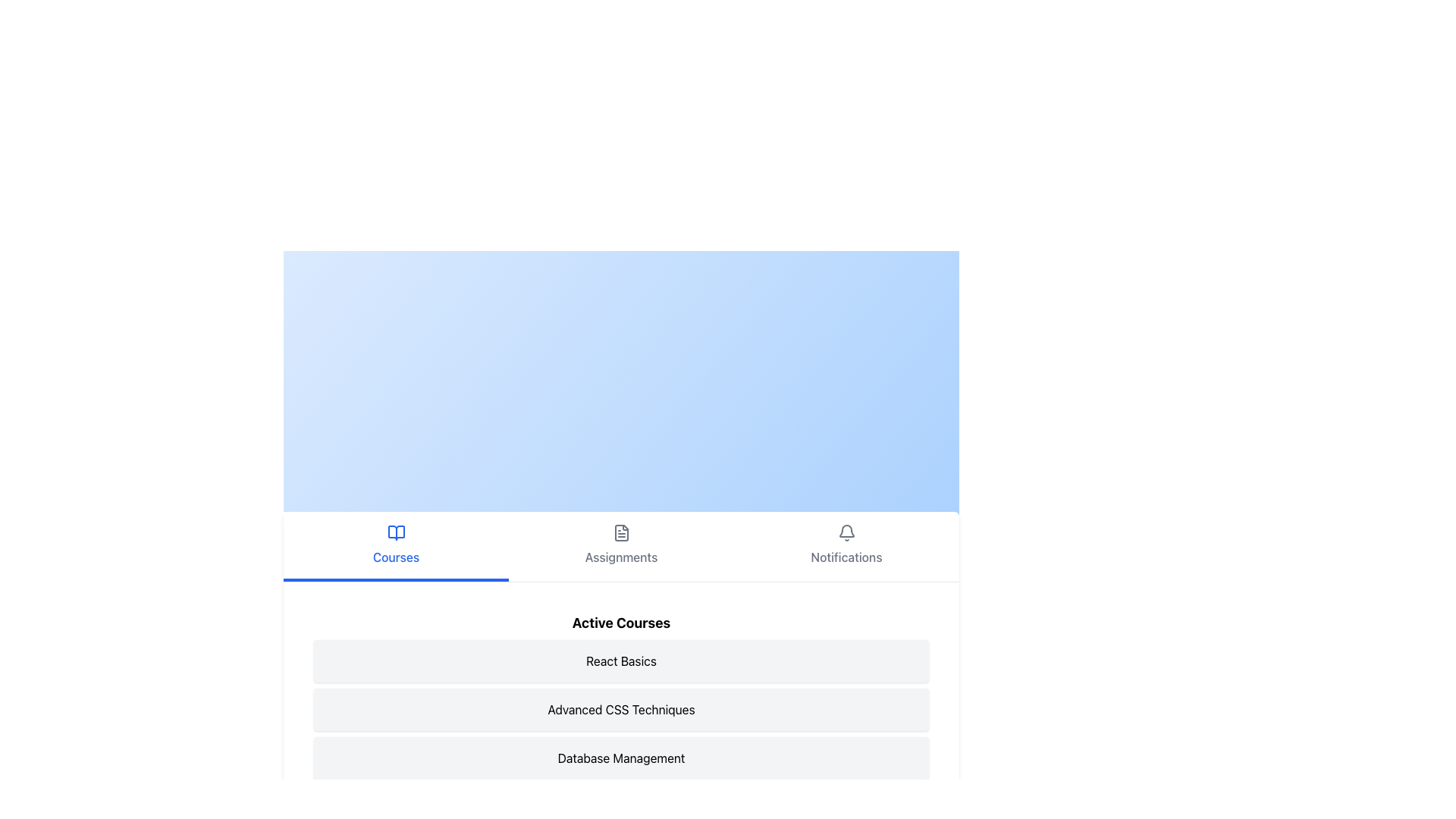 Image resolution: width=1456 pixels, height=819 pixels. Describe the element at coordinates (396, 532) in the screenshot. I see `the open book icon located in the bottom navigation bar, directly above the 'Courses' text` at that location.